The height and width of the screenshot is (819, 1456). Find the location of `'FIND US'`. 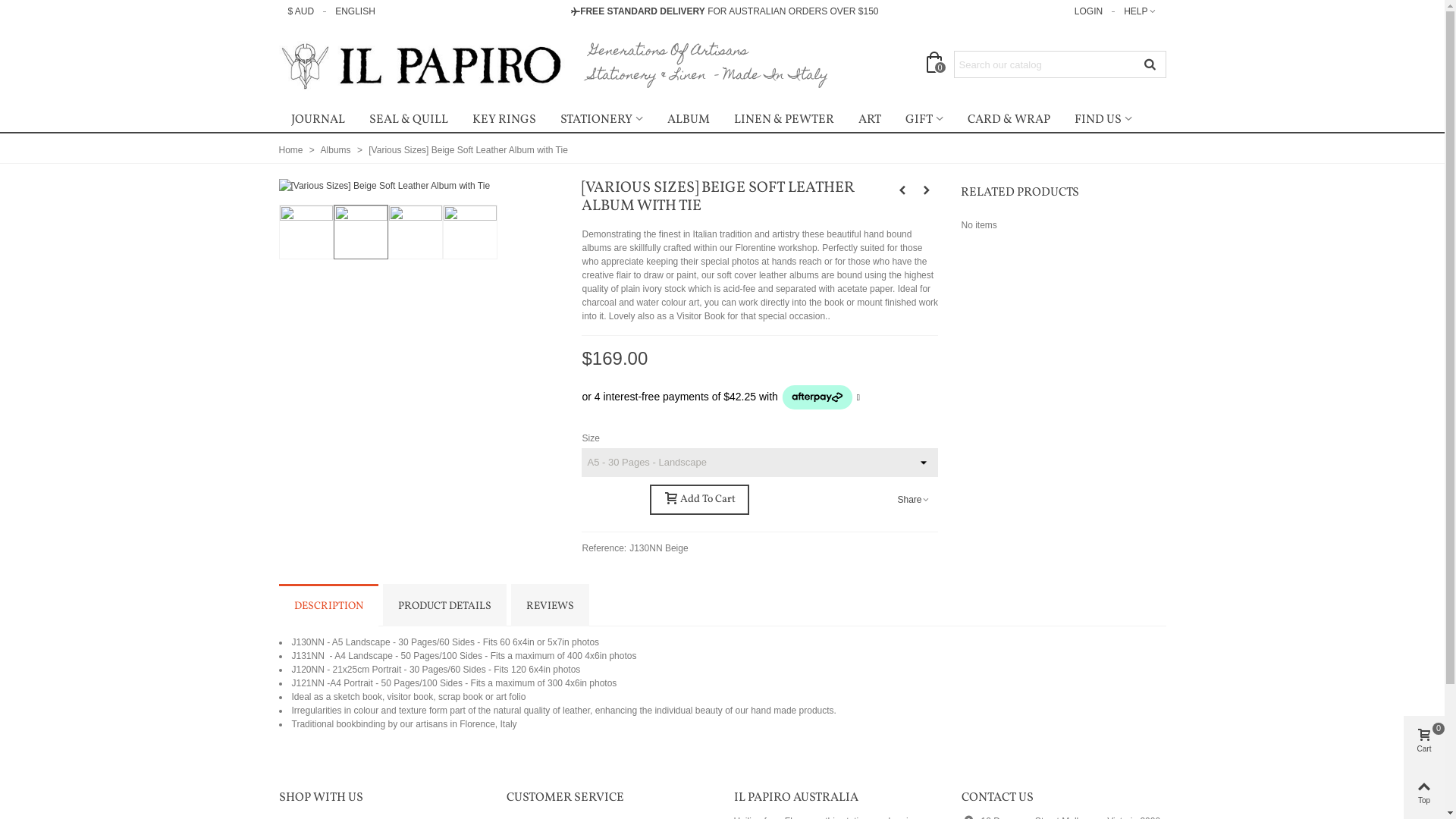

'FIND US' is located at coordinates (1103, 119).